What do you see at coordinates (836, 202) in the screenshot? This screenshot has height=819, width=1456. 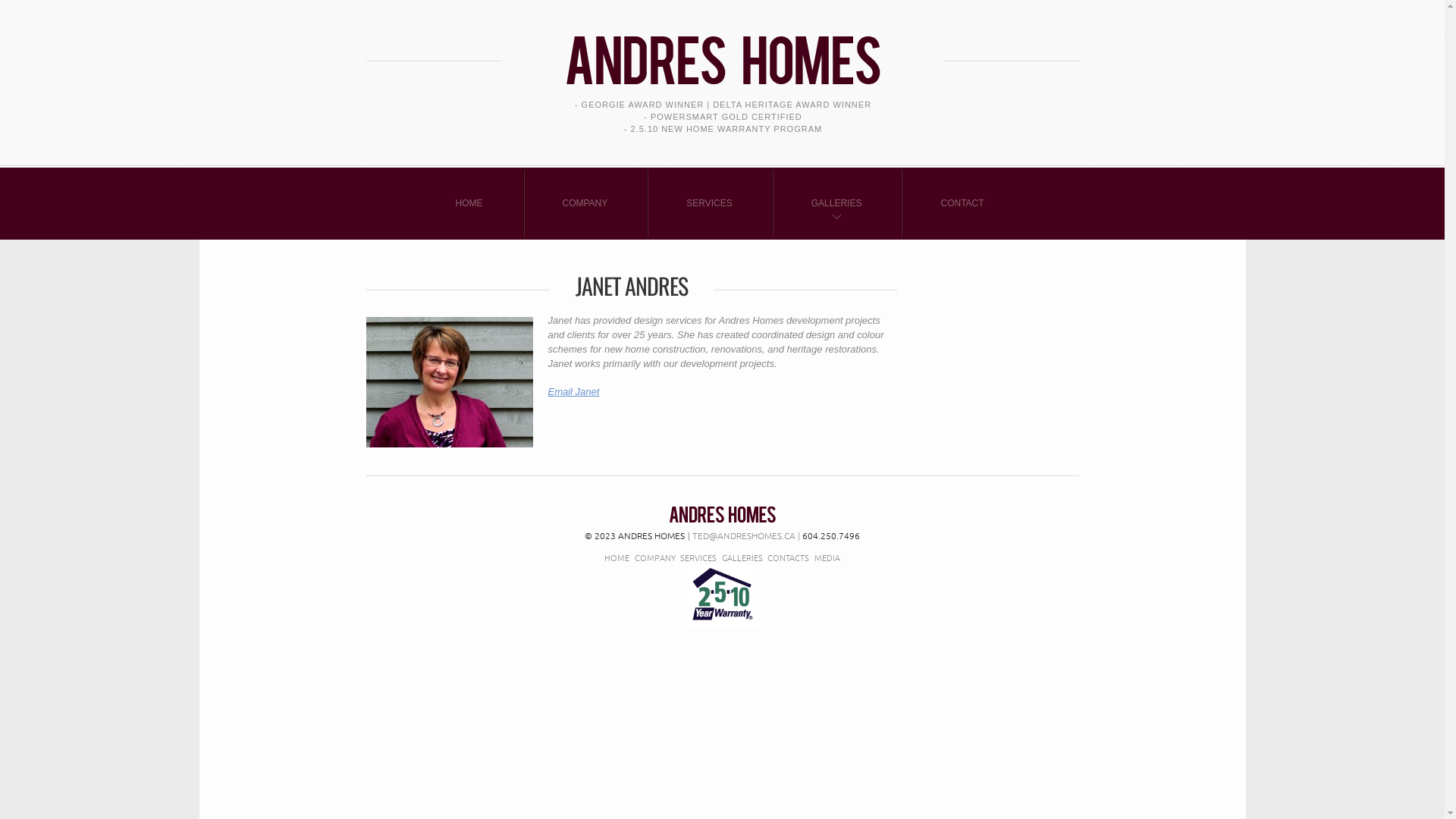 I see `'GALLERIES'` at bounding box center [836, 202].